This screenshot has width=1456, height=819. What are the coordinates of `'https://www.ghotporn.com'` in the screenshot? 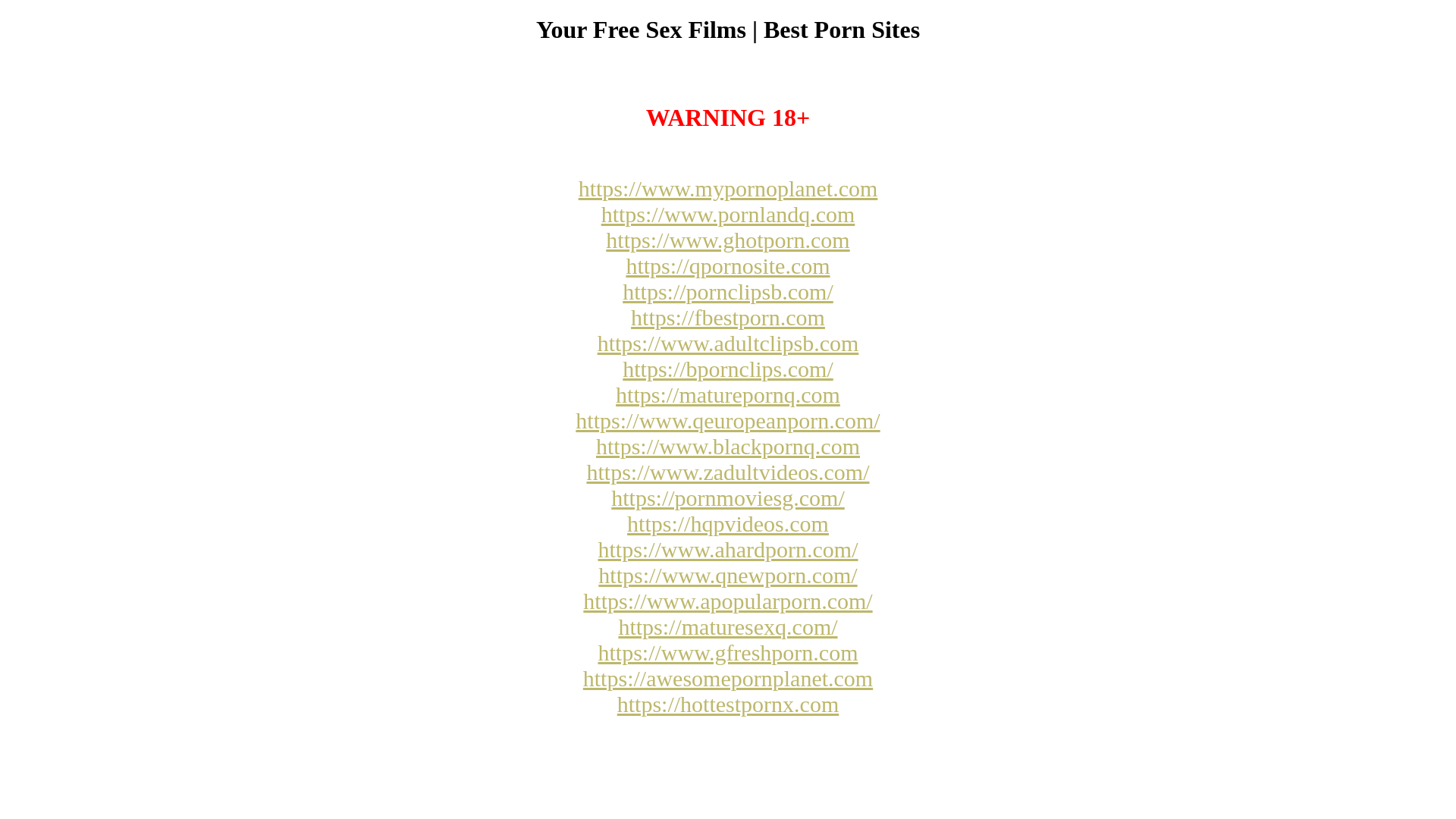 It's located at (726, 239).